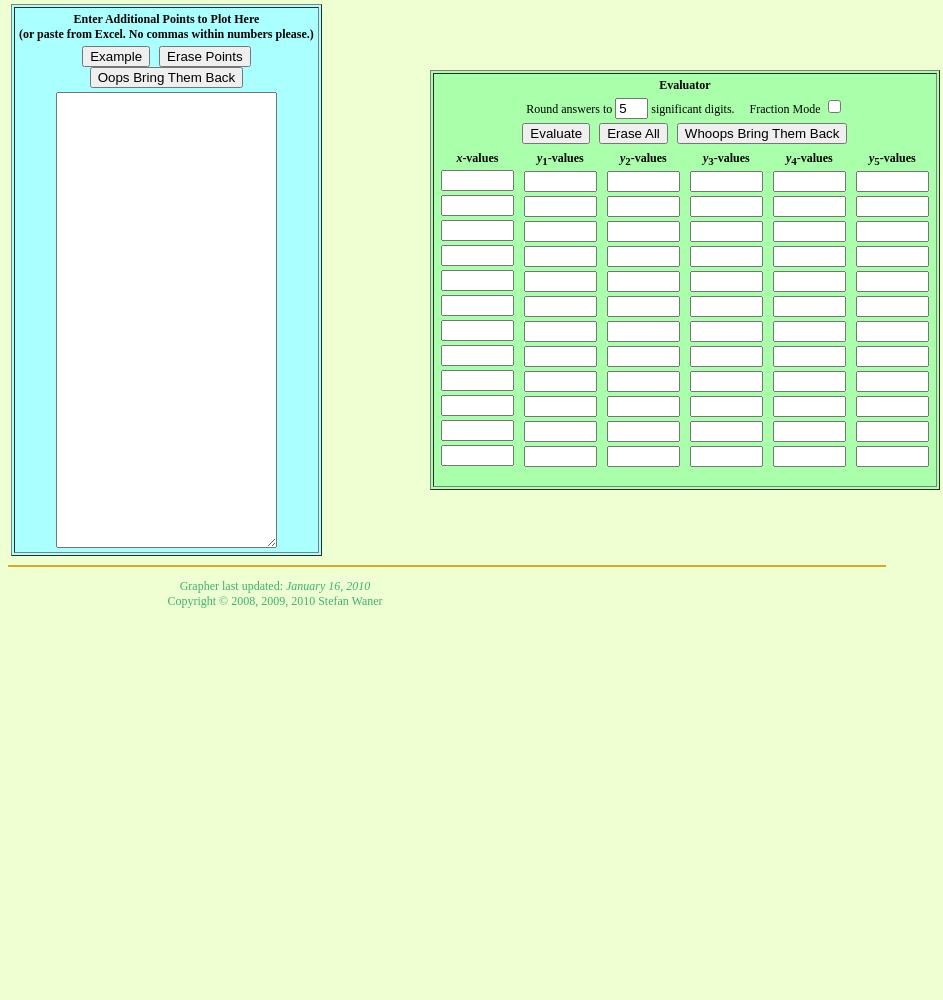  What do you see at coordinates (873, 160) in the screenshot?
I see `'5'` at bounding box center [873, 160].